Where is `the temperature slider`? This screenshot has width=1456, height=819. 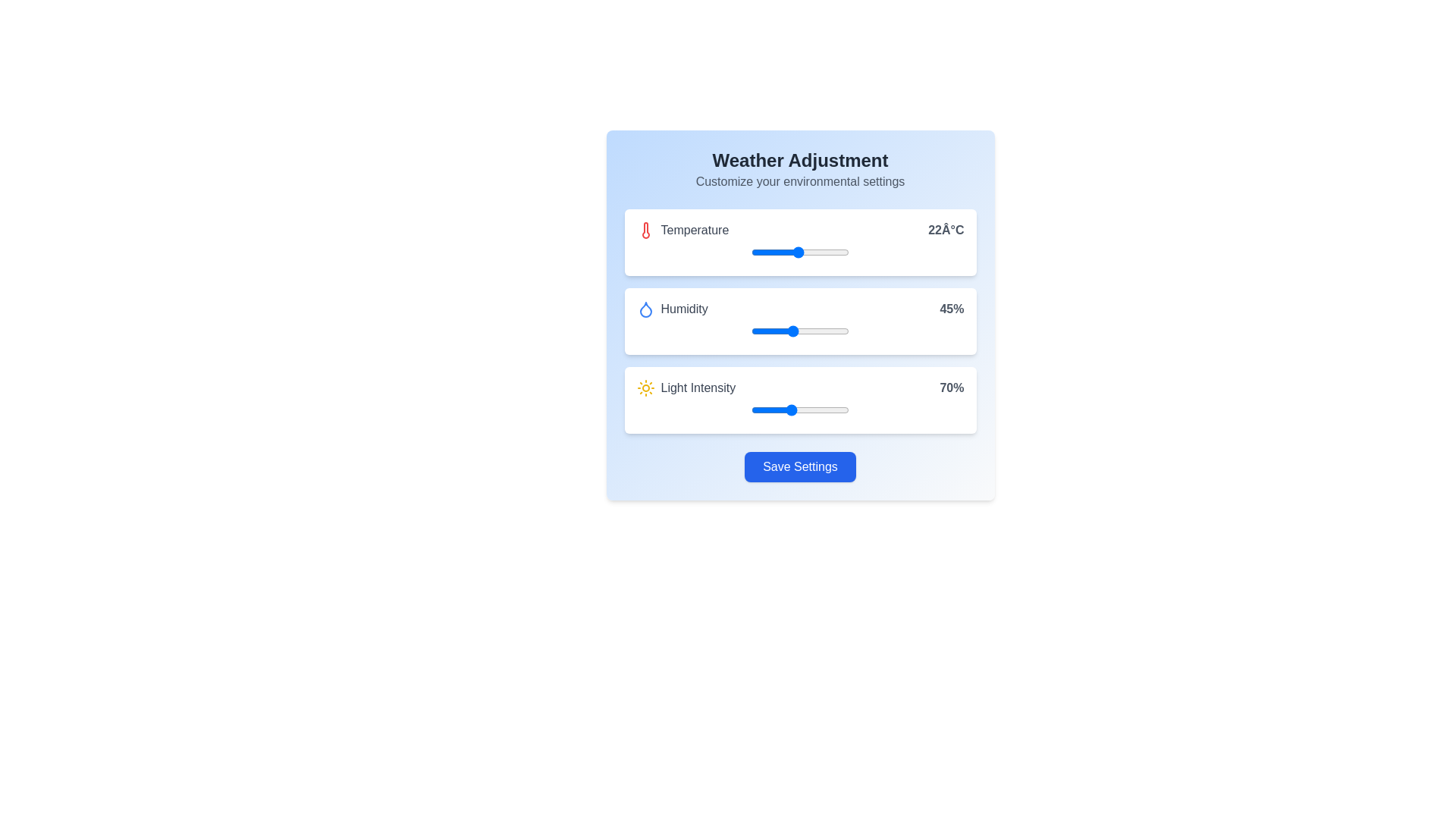 the temperature slider is located at coordinates (759, 251).